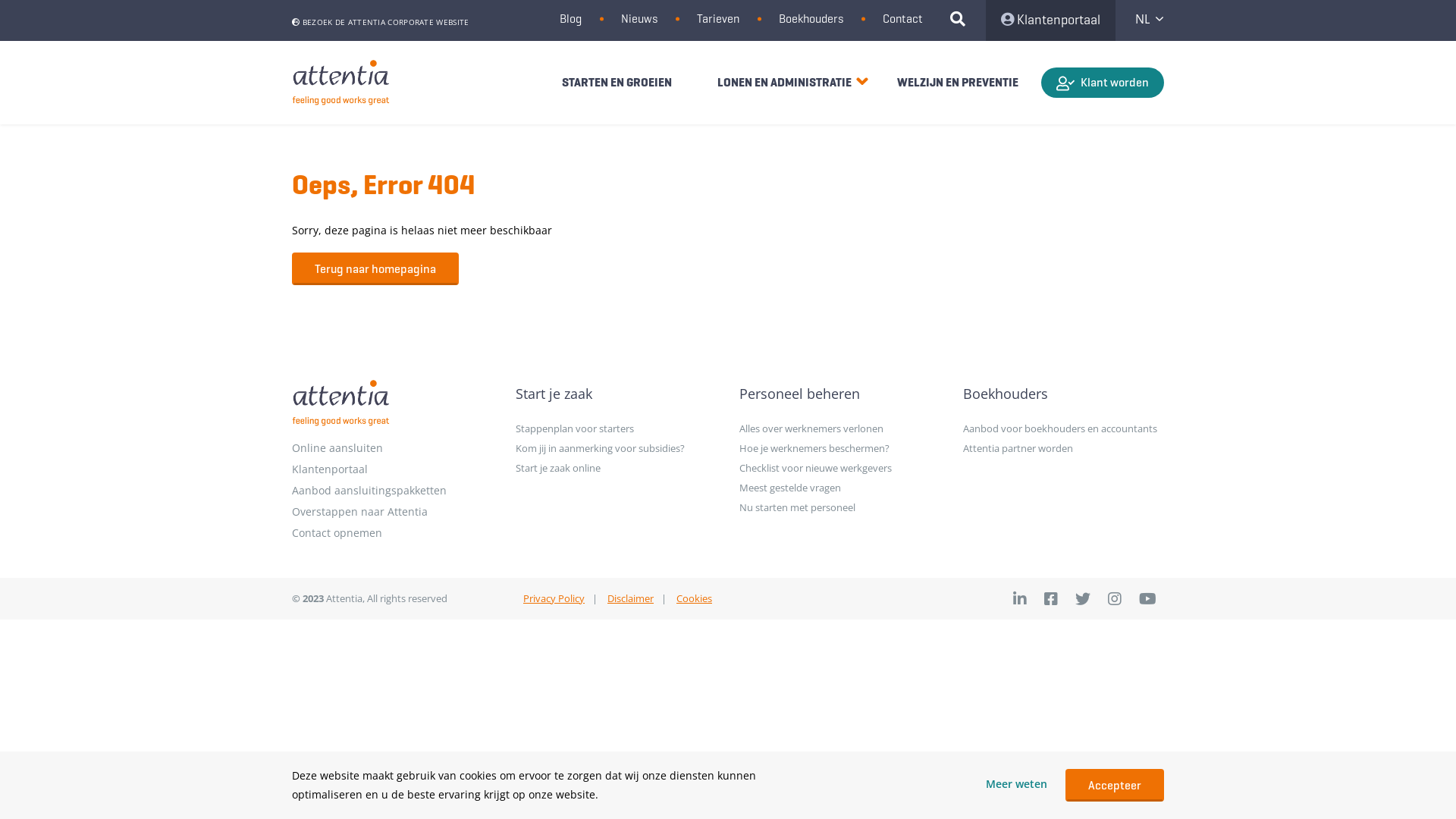 Image resolution: width=1456 pixels, height=819 pixels. Describe the element at coordinates (291, 491) in the screenshot. I see `'Aanbod aansluitingspakketten'` at that location.